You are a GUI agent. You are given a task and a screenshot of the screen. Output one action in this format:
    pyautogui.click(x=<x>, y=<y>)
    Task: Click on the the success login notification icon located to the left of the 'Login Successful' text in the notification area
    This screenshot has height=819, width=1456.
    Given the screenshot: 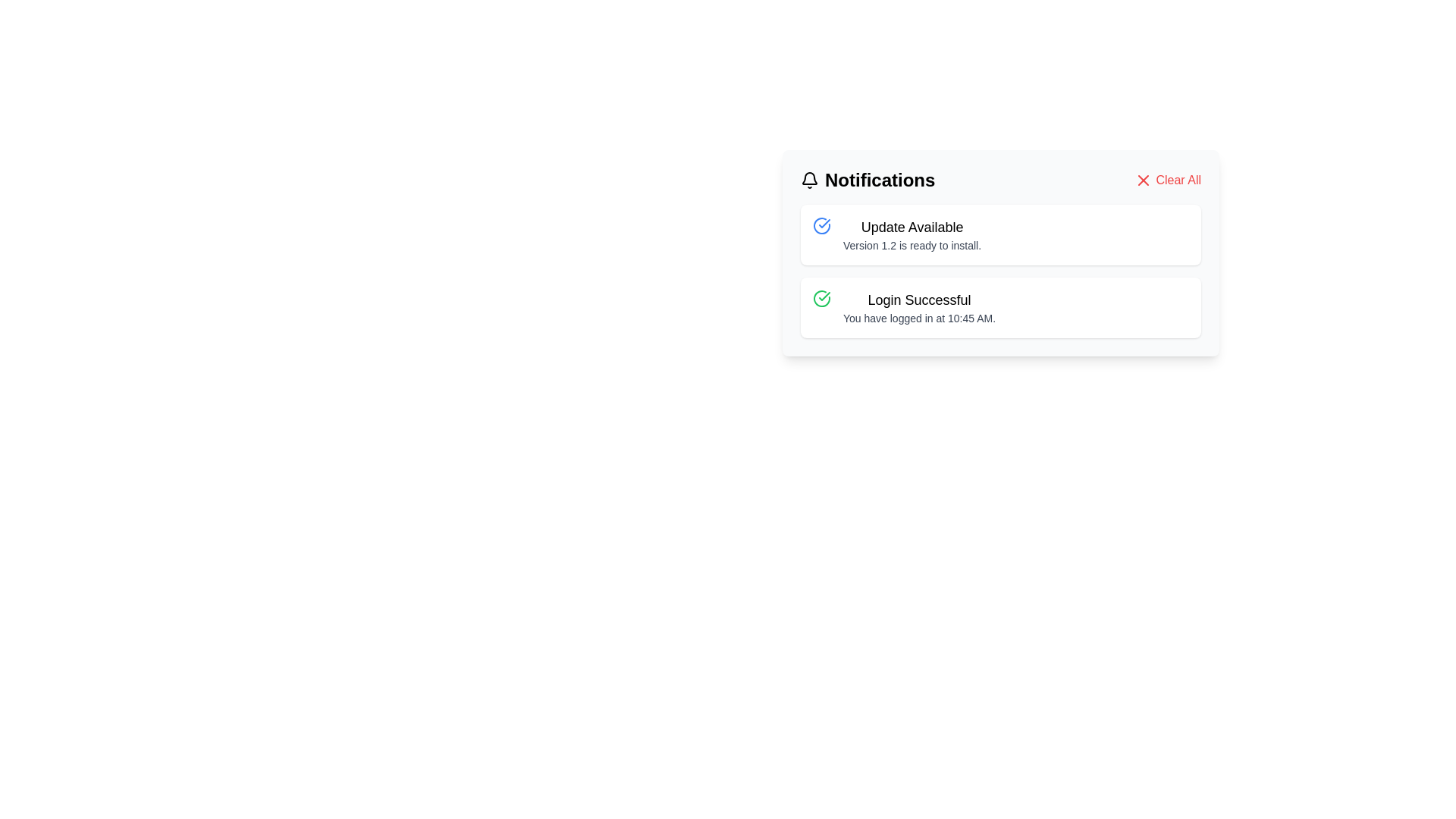 What is the action you would take?
    pyautogui.click(x=821, y=298)
    